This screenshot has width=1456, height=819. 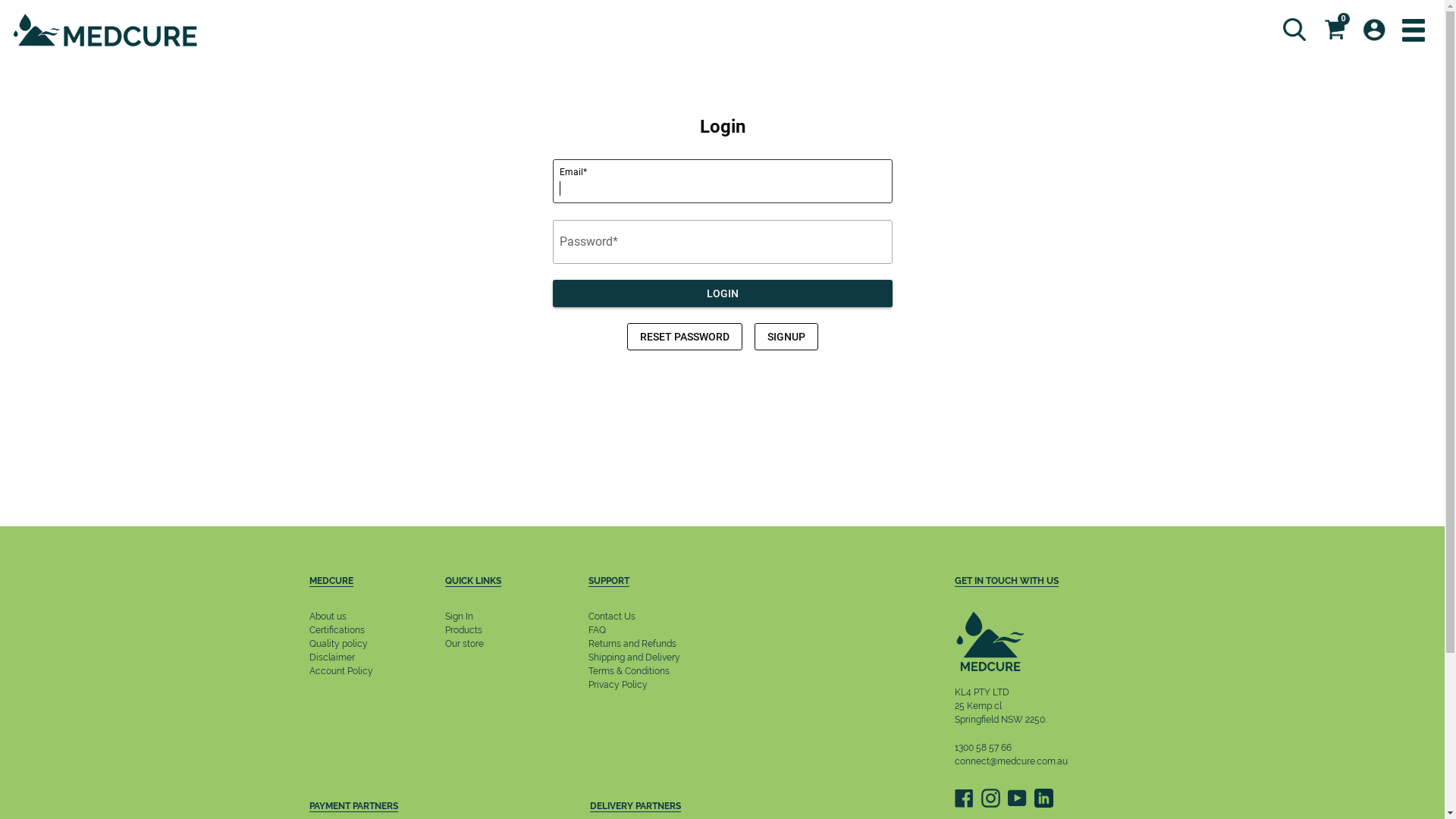 What do you see at coordinates (463, 643) in the screenshot?
I see `'Our store'` at bounding box center [463, 643].